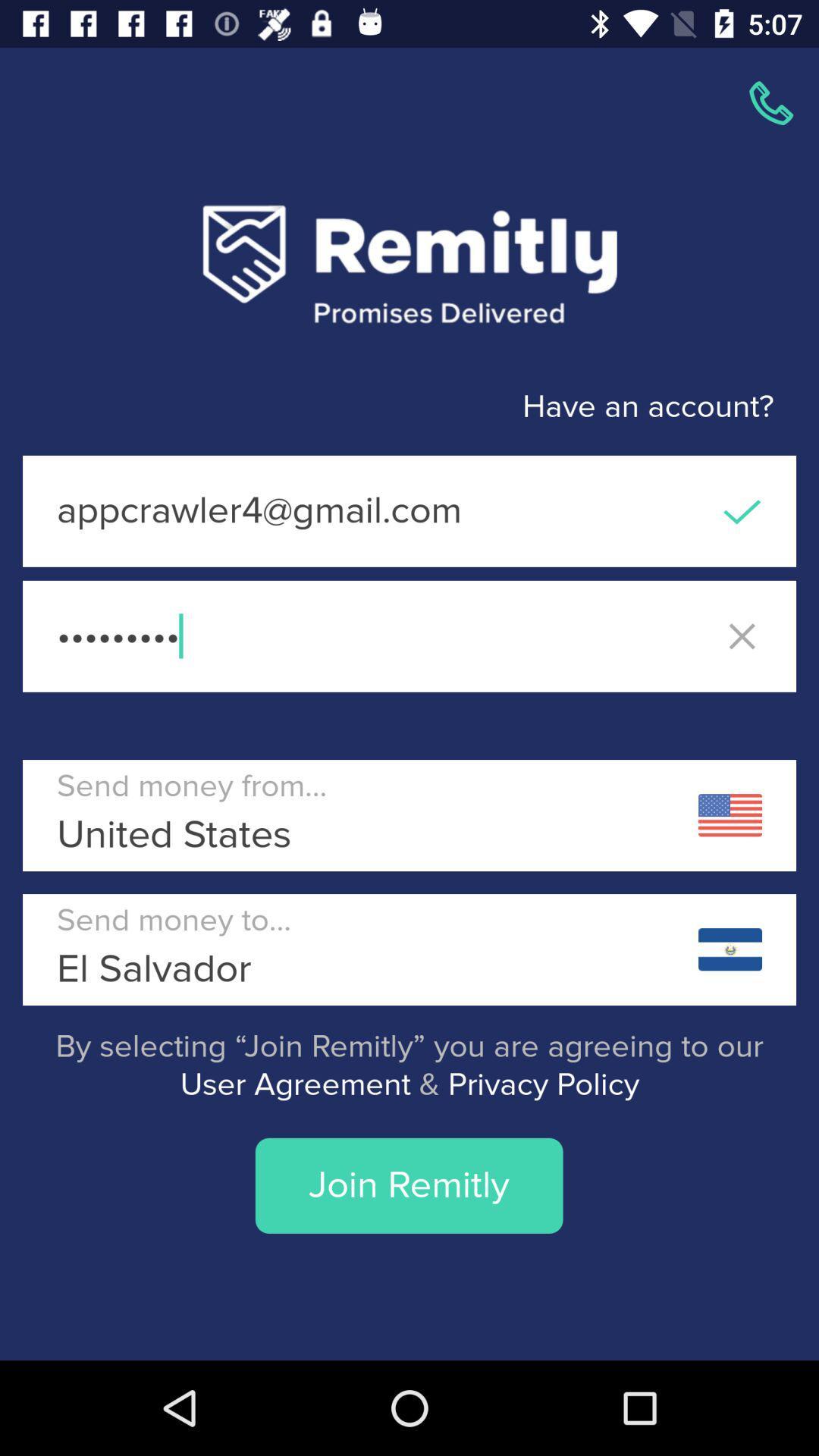 Image resolution: width=819 pixels, height=1456 pixels. I want to click on the appcrawler4@gmail.com icon, so click(409, 511).